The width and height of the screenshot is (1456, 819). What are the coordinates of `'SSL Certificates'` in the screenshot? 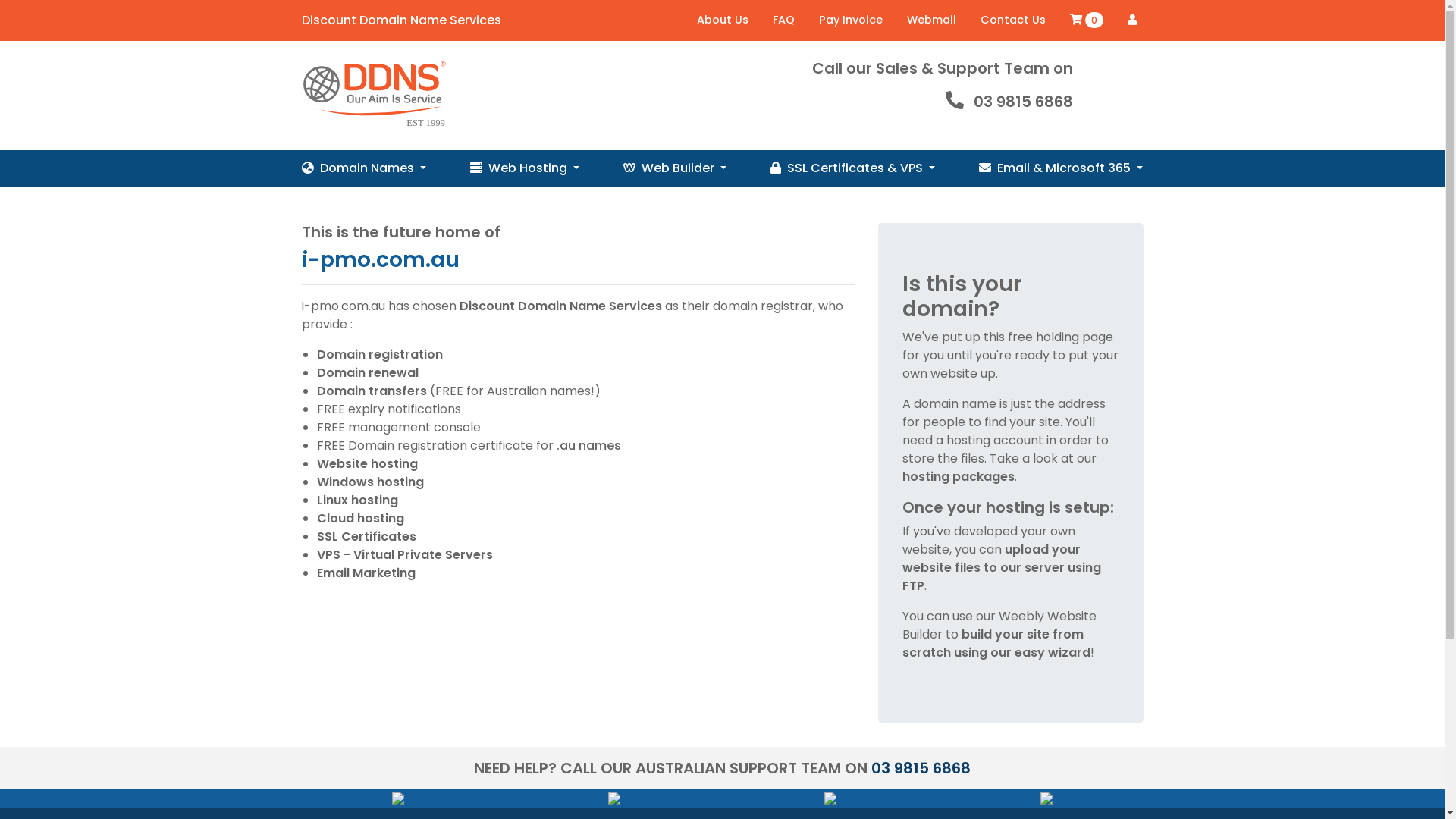 It's located at (315, 535).